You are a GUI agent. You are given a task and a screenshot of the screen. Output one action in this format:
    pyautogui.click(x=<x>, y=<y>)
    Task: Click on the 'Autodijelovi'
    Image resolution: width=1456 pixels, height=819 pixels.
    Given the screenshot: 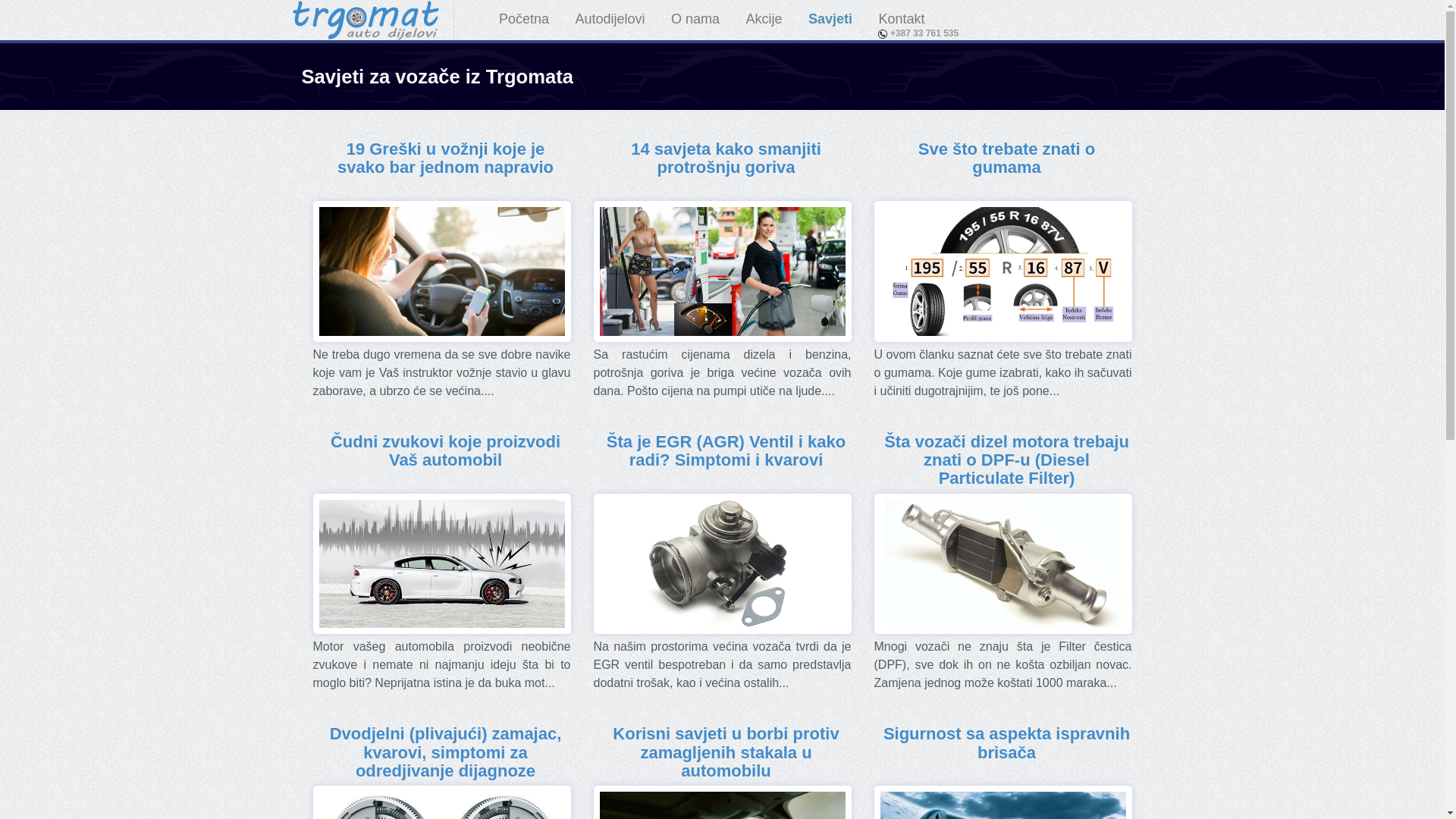 What is the action you would take?
    pyautogui.click(x=609, y=19)
    